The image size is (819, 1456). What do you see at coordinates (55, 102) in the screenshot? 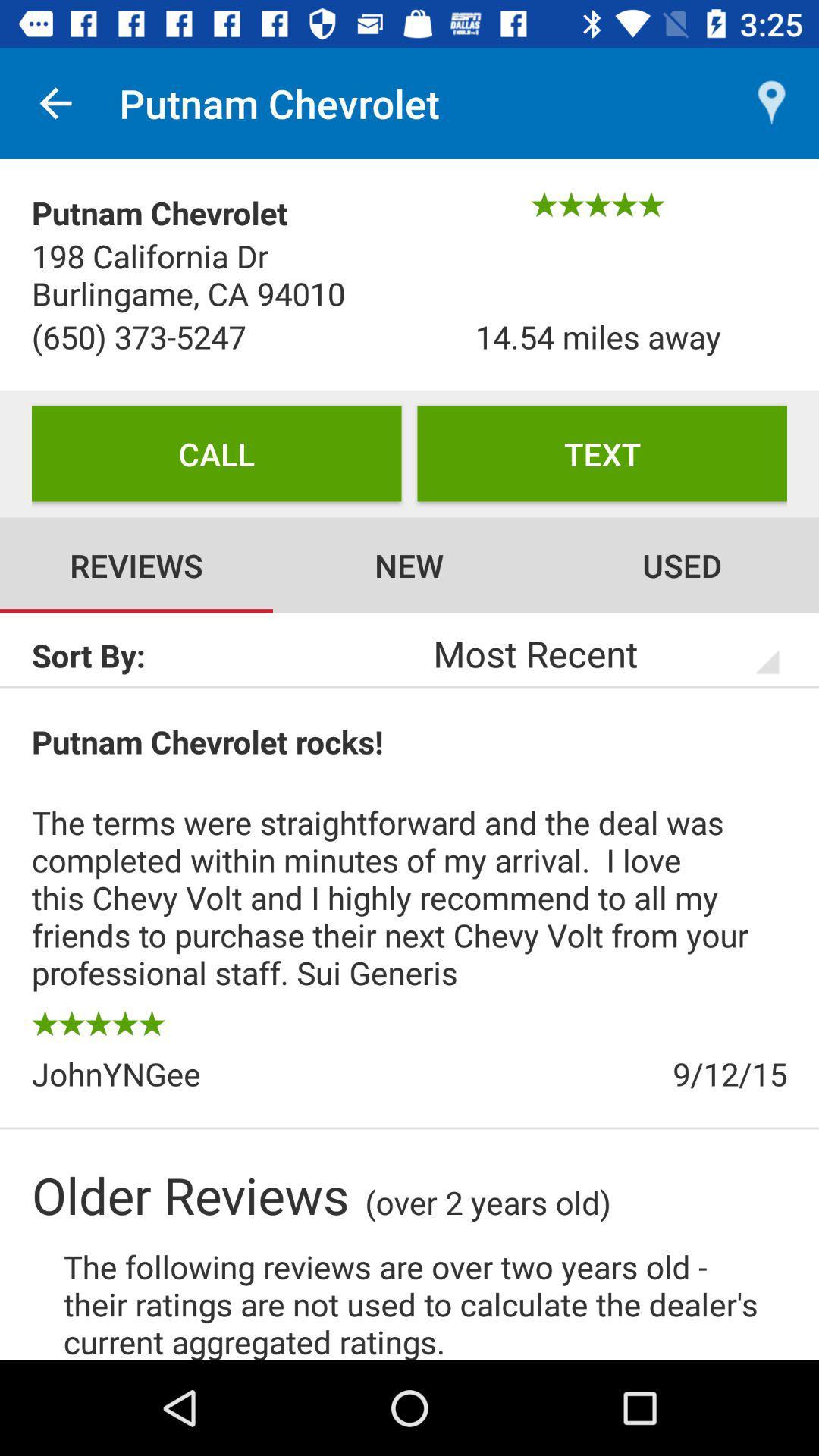
I see `the item to the left of the putnam chevrolet item` at bounding box center [55, 102].